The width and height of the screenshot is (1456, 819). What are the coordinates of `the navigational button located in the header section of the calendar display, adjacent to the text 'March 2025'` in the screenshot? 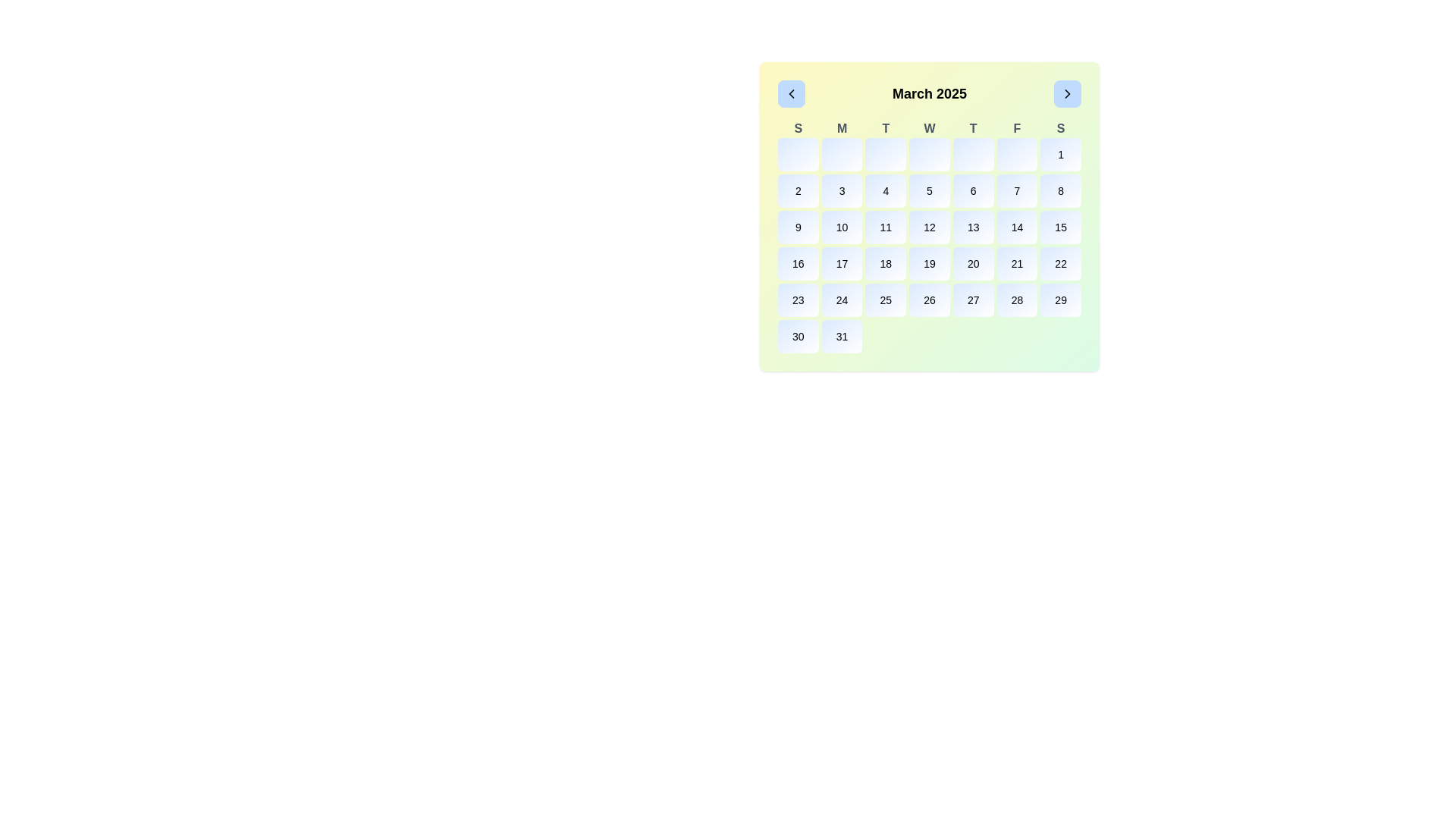 It's located at (1066, 93).